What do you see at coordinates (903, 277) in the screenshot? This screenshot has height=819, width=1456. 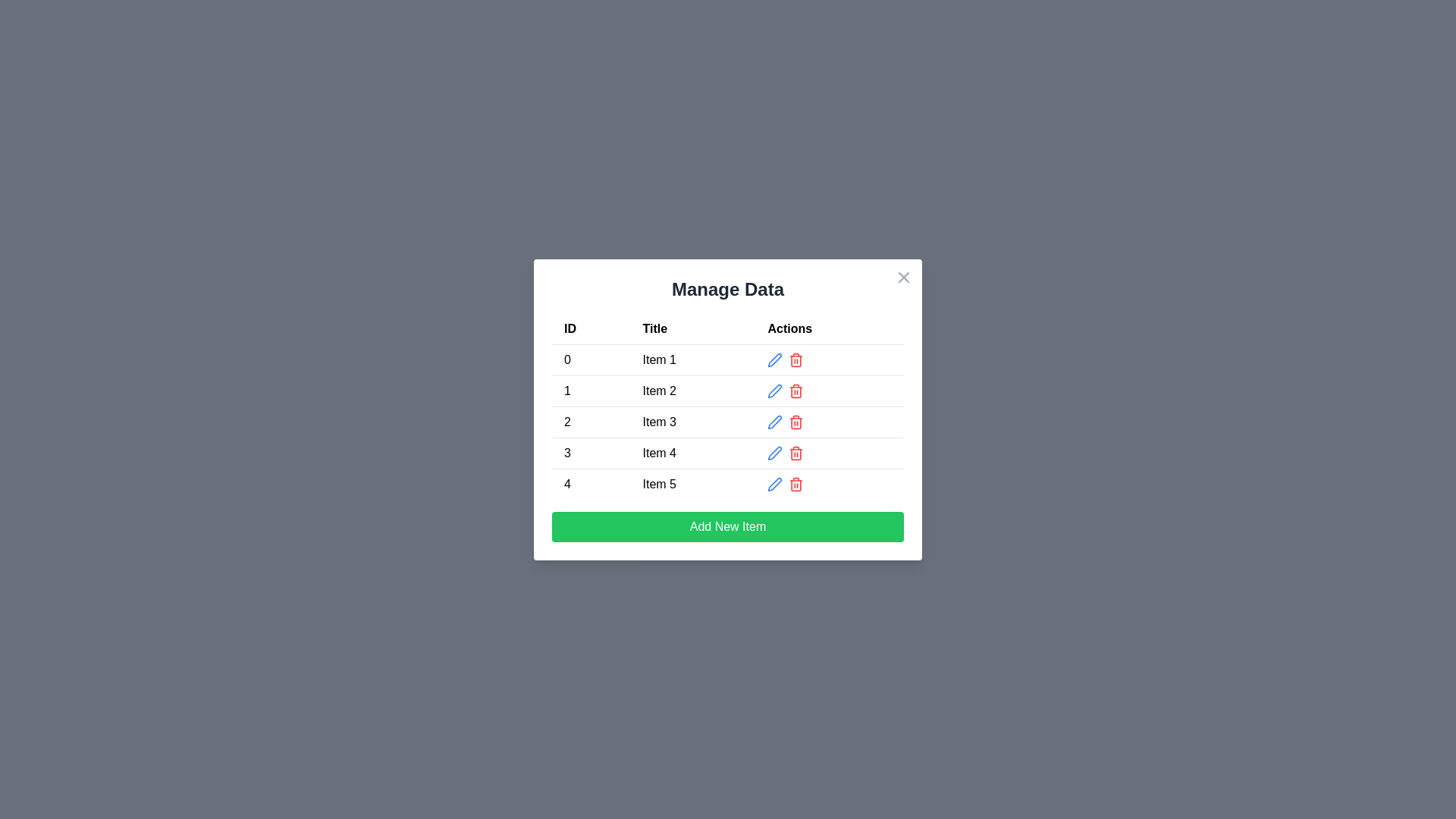 I see `the close button to close the dialog` at bounding box center [903, 277].